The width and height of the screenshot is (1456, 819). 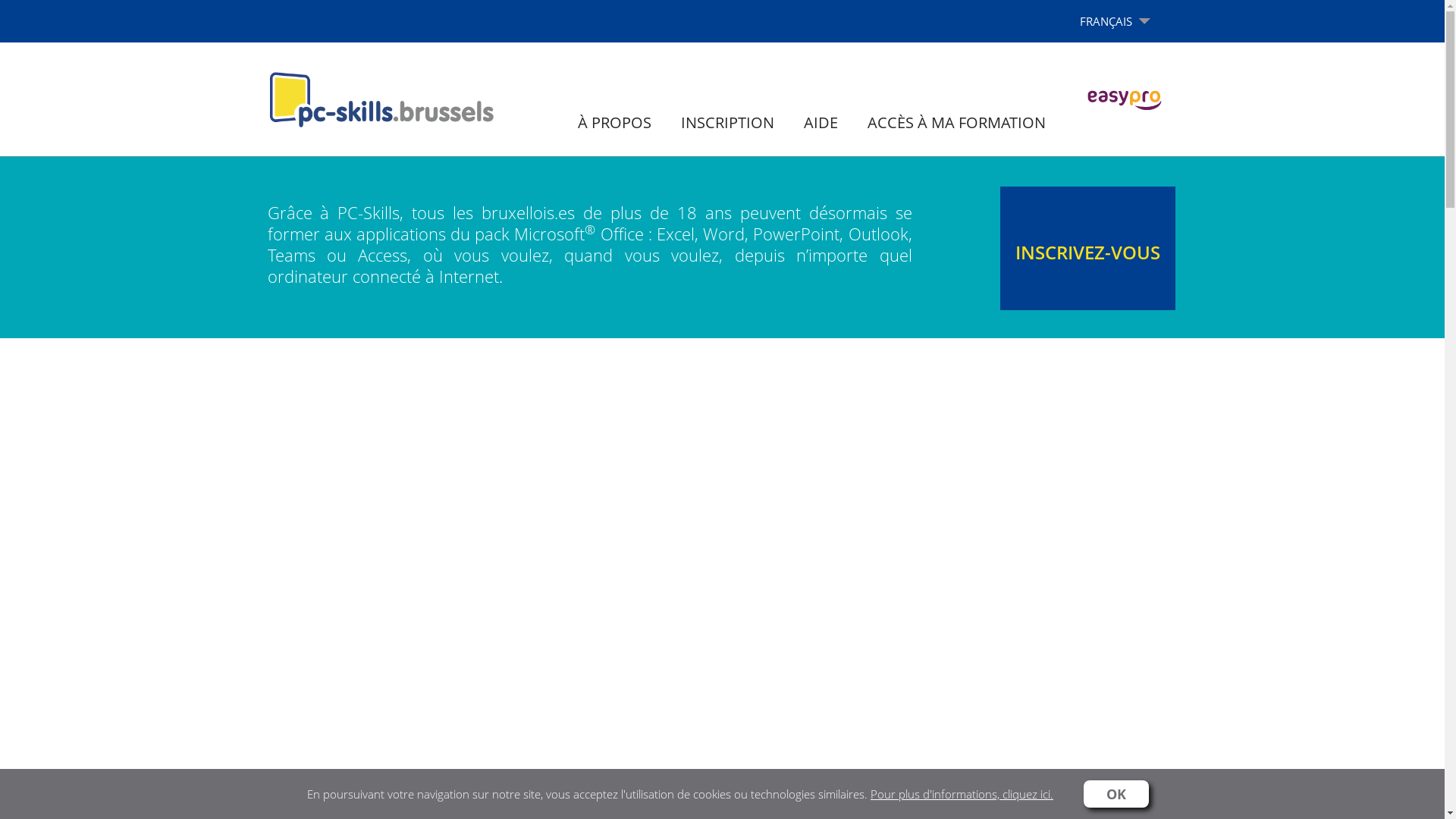 I want to click on 'INSCRIPTION', so click(x=726, y=122).